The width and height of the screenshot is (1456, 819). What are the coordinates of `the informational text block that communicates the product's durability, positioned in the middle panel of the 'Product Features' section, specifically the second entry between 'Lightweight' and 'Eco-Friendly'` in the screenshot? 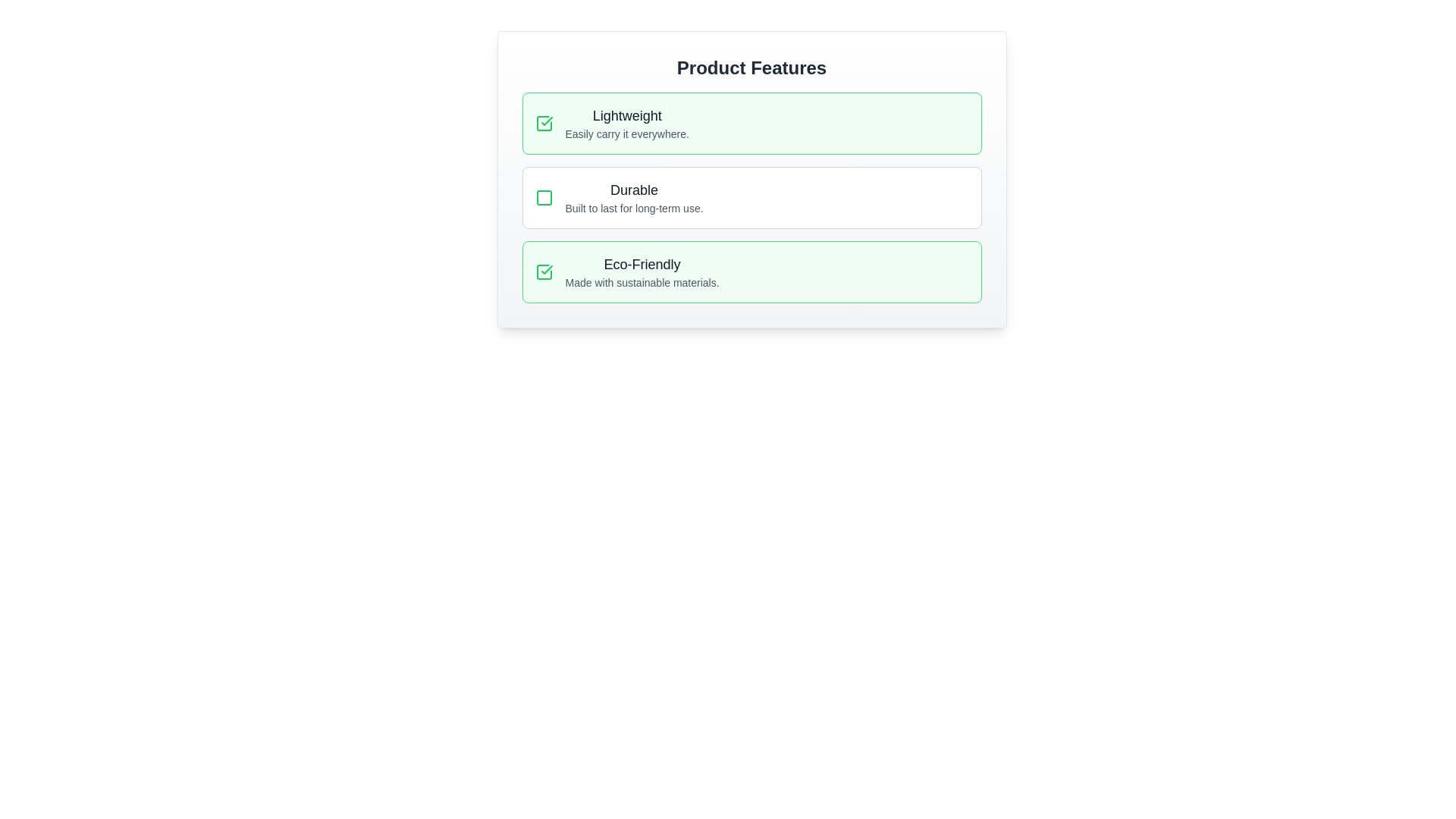 It's located at (634, 197).